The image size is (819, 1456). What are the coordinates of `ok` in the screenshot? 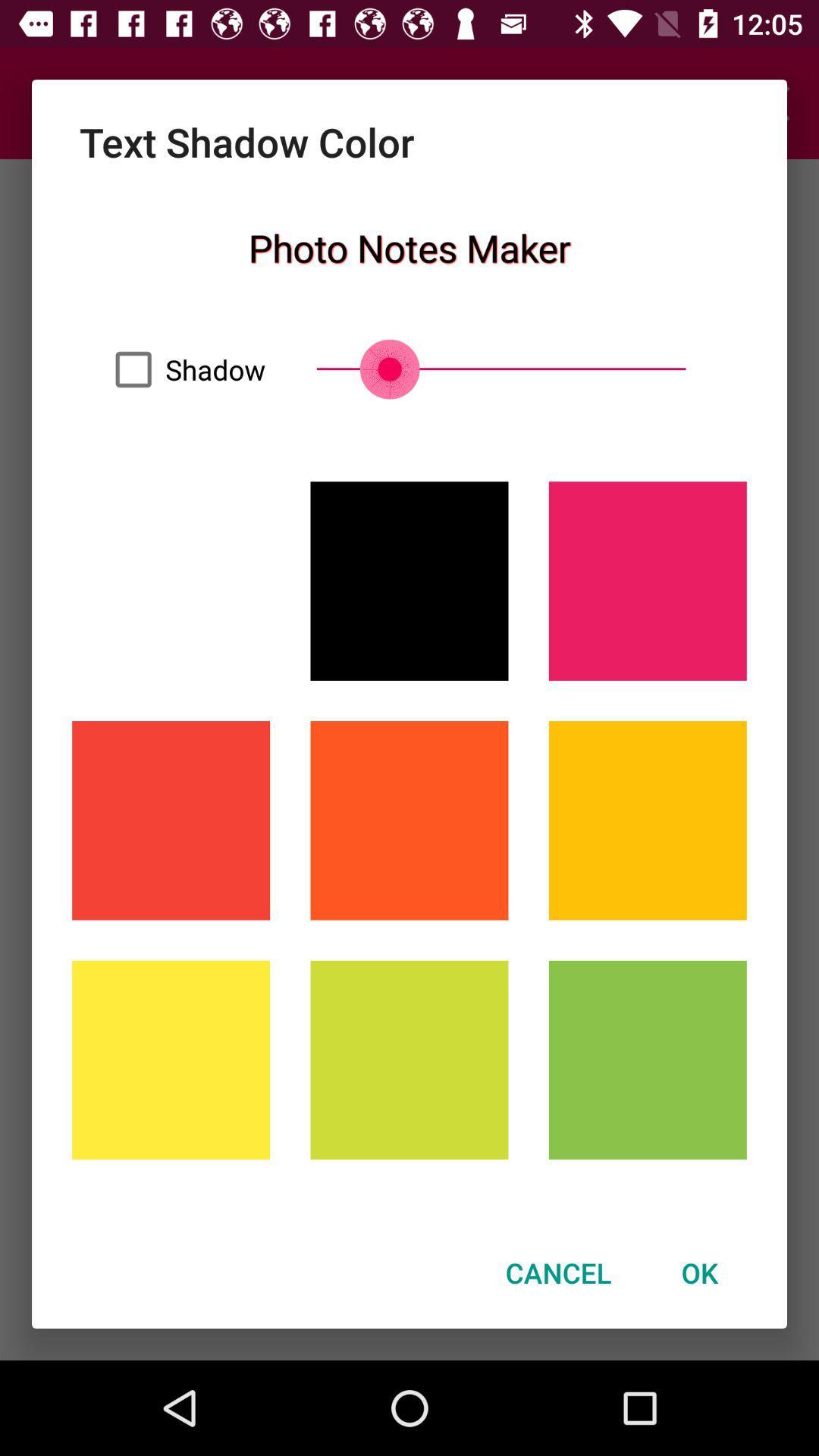 It's located at (699, 1272).